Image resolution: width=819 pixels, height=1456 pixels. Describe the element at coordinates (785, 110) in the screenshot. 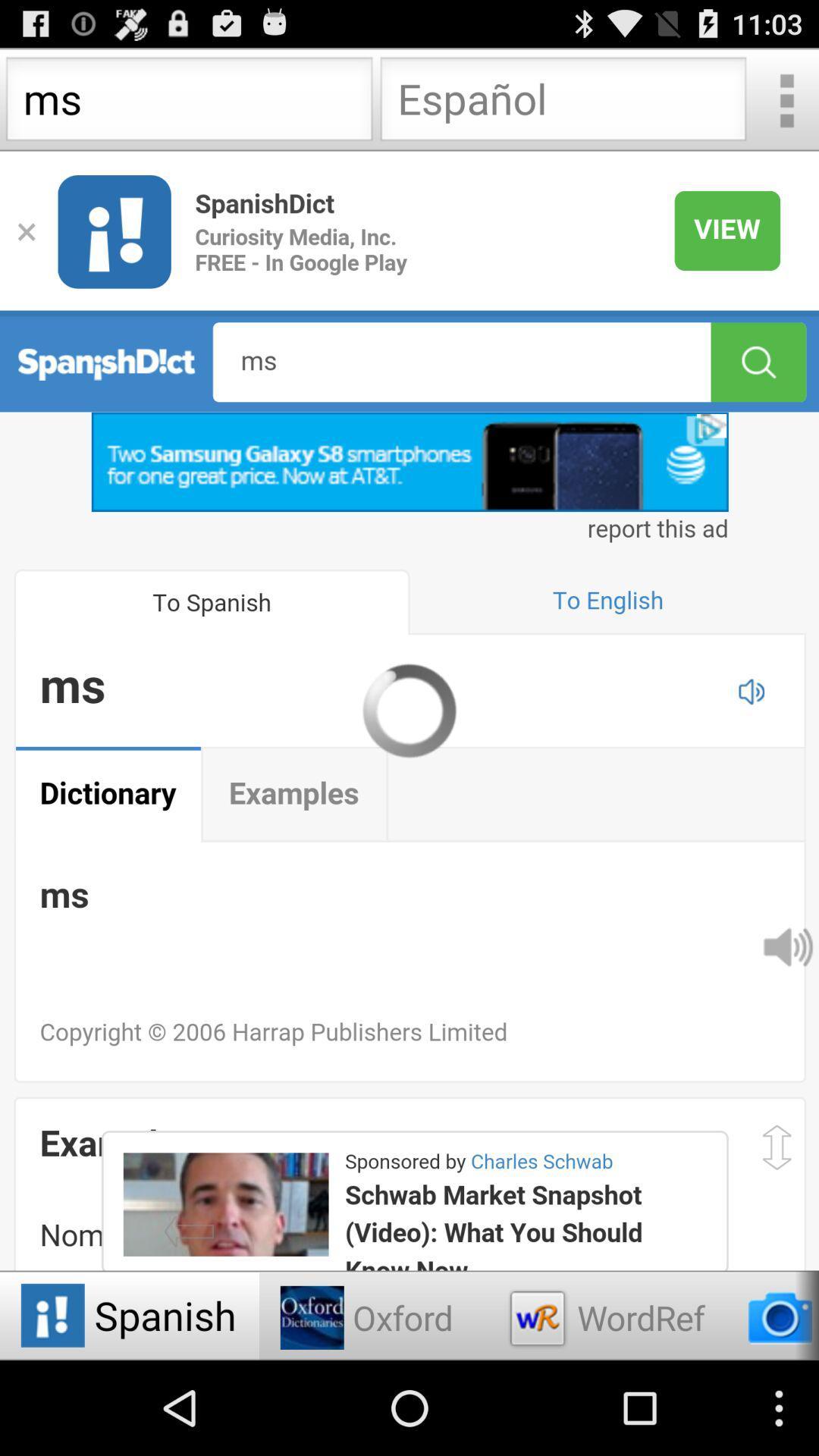

I see `the more icon` at that location.